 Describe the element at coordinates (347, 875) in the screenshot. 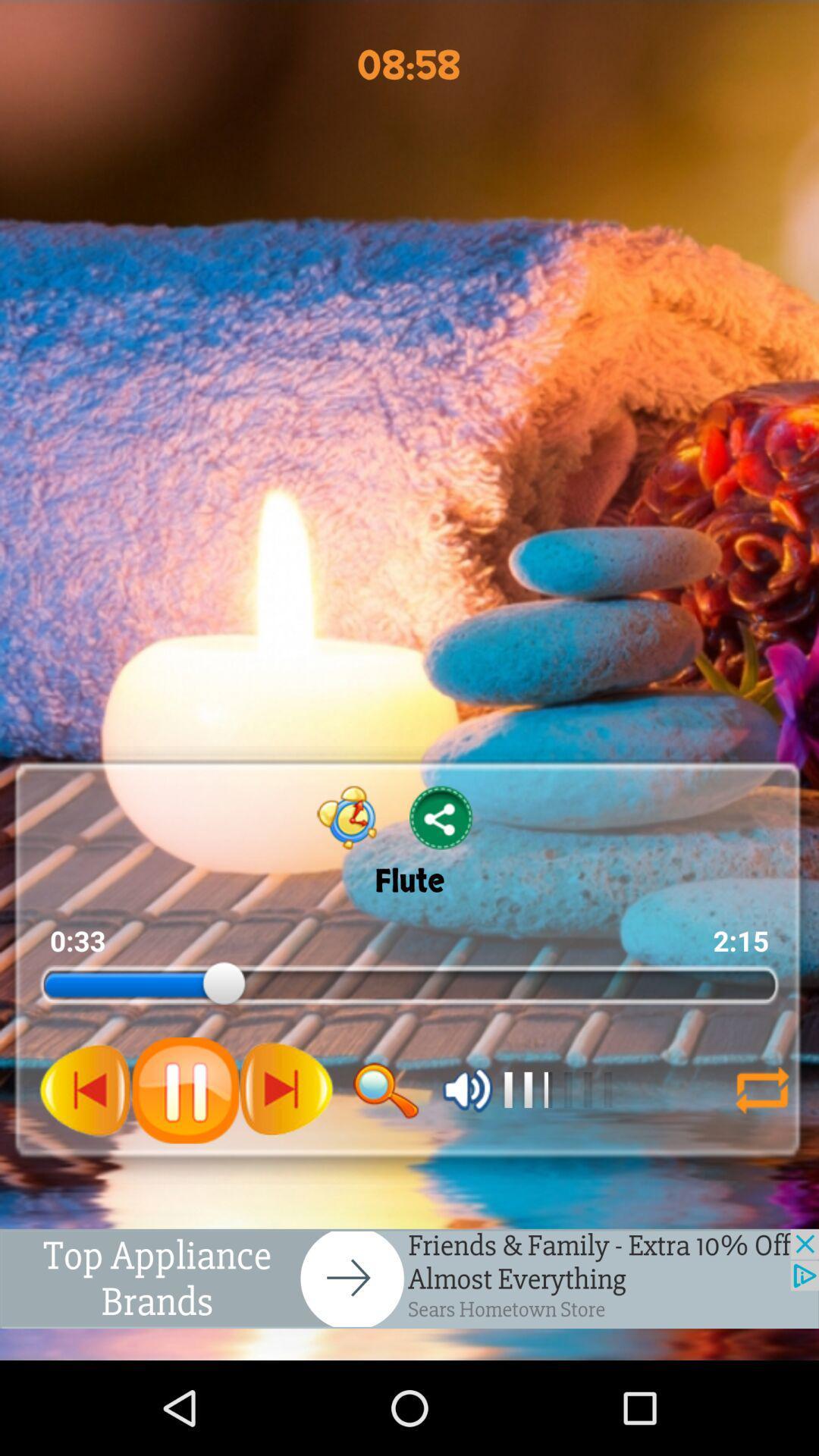

I see `the time icon` at that location.